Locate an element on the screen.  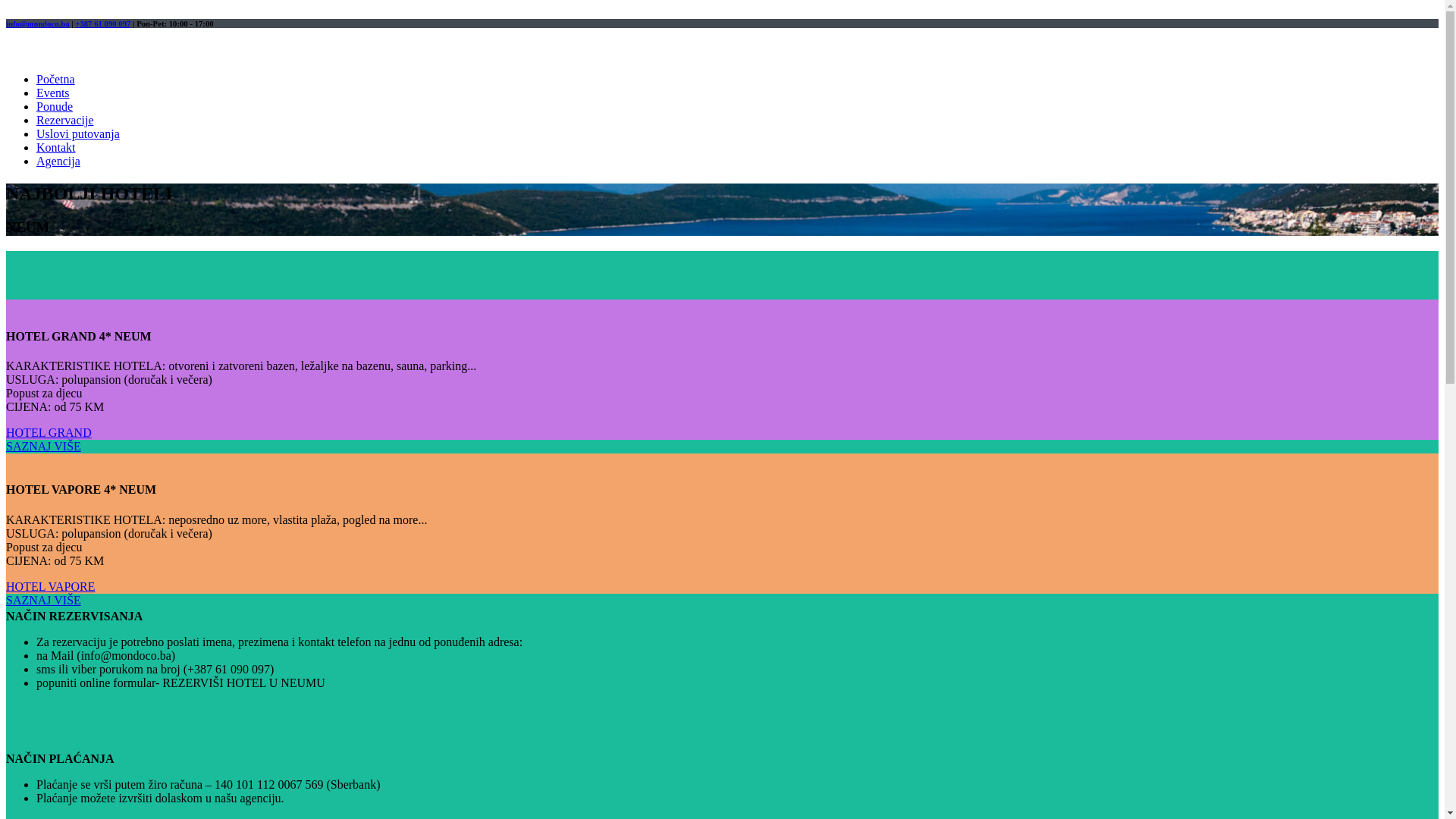
'HOTEL VAPORE' is located at coordinates (51, 585).